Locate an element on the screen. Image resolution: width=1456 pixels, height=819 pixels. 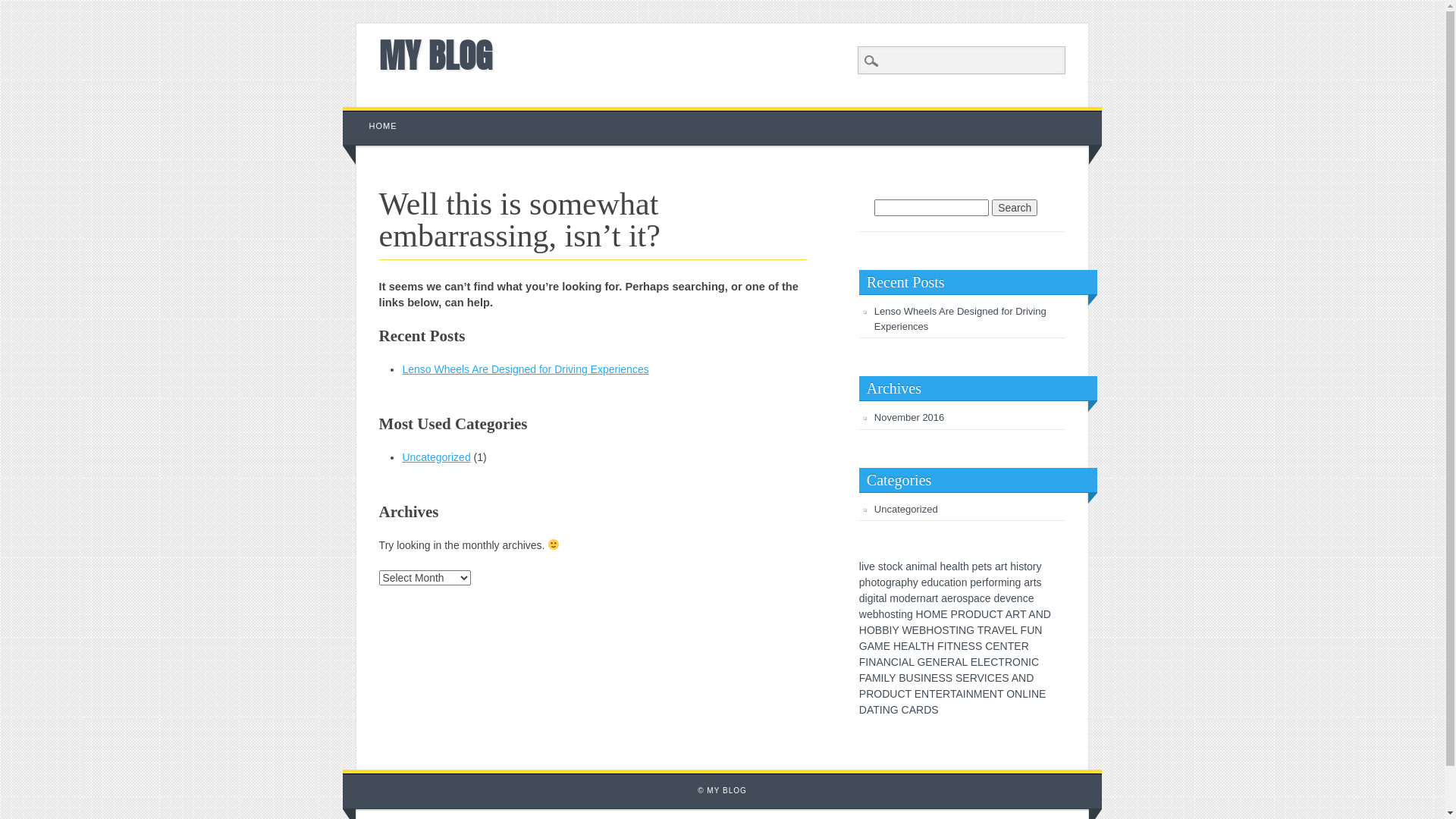
'T' is located at coordinates (1022, 614).